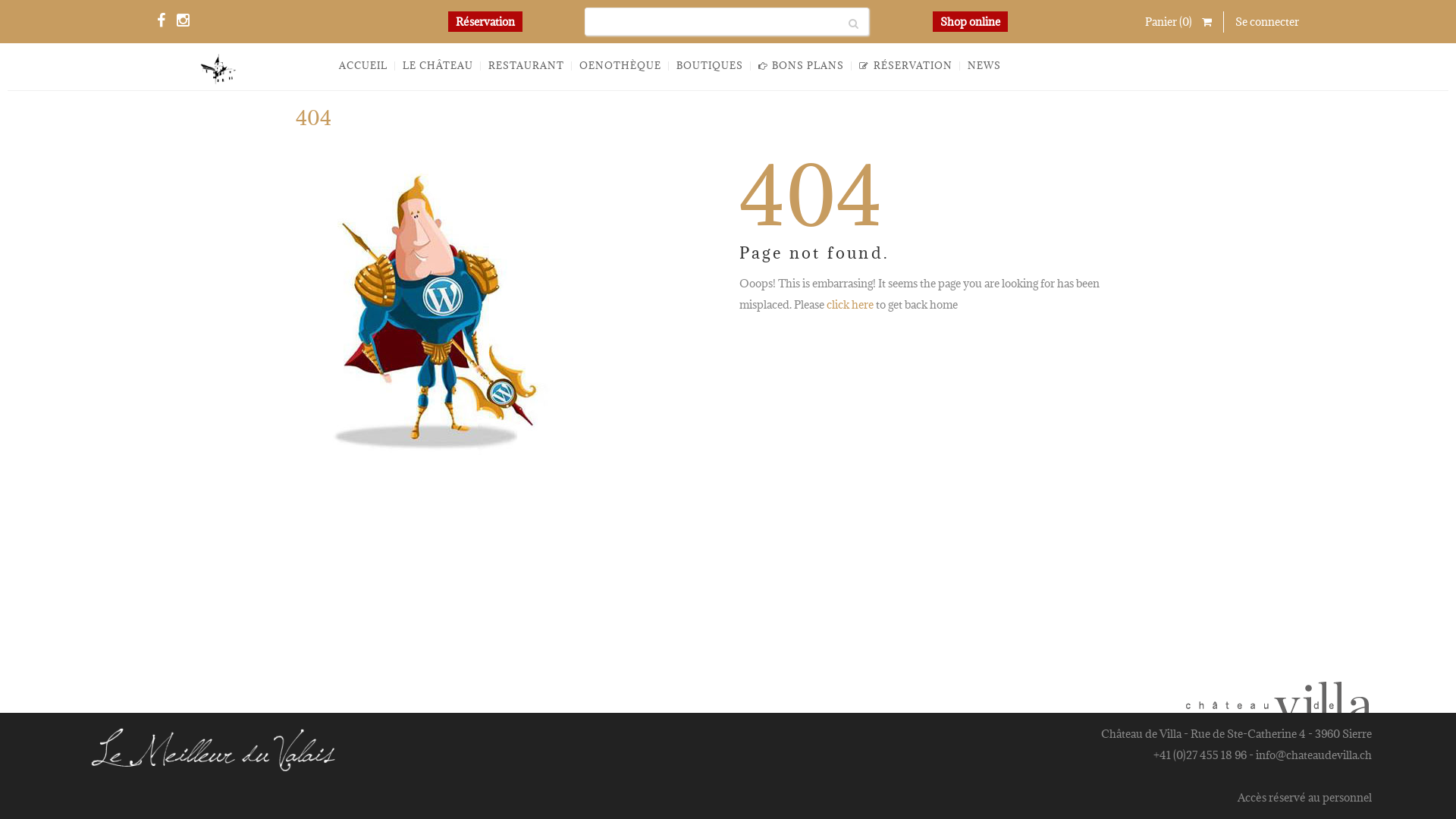 This screenshot has height=819, width=1456. Describe the element at coordinates (1266, 21) in the screenshot. I see `'Se connecter'` at that location.